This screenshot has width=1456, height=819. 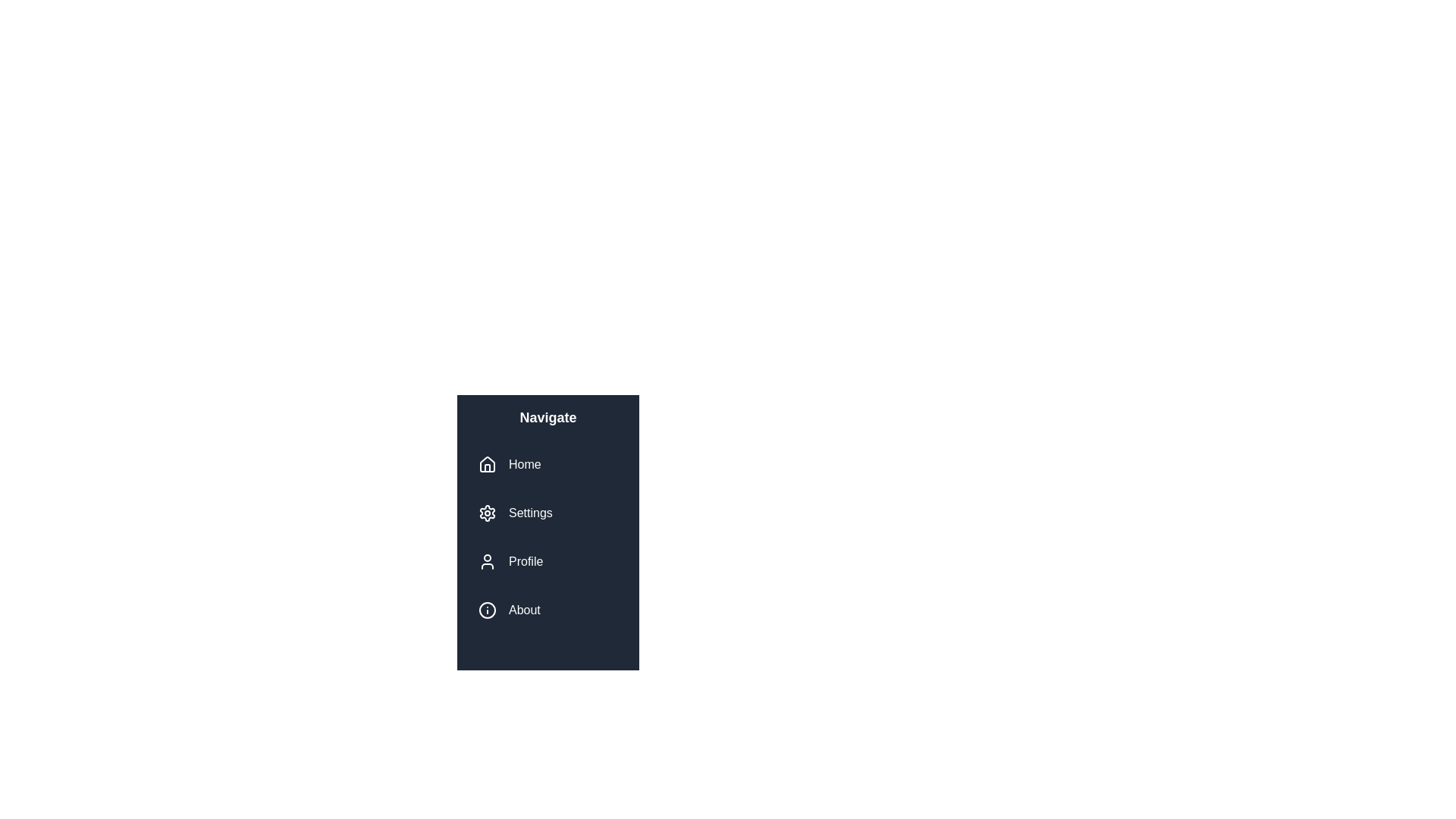 I want to click on the 'Settings' text label, which is styled in a white sans-serif font against a dark background in the navigation menu, so click(x=530, y=513).